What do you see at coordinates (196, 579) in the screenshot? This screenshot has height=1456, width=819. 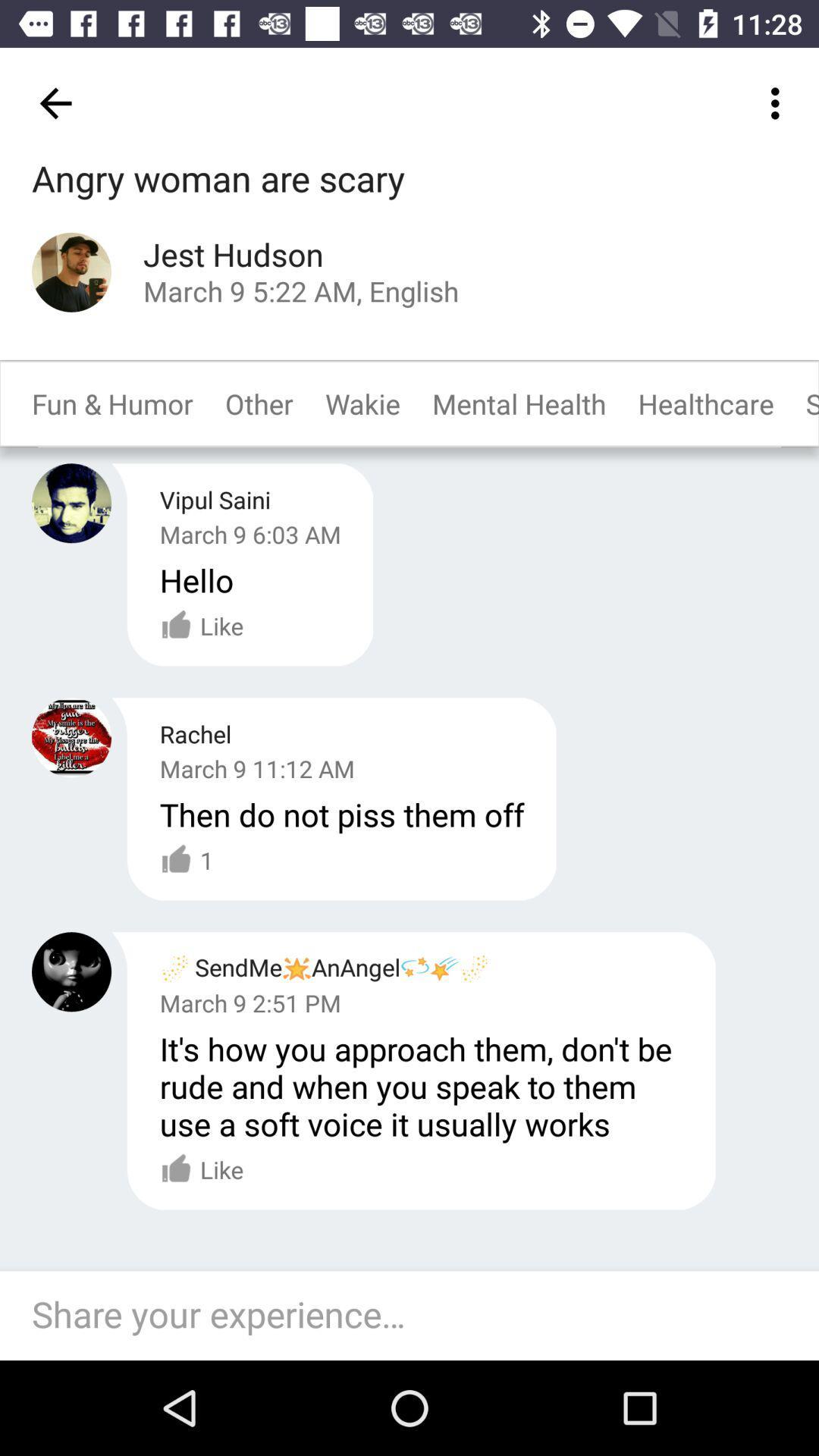 I see `the hello` at bounding box center [196, 579].